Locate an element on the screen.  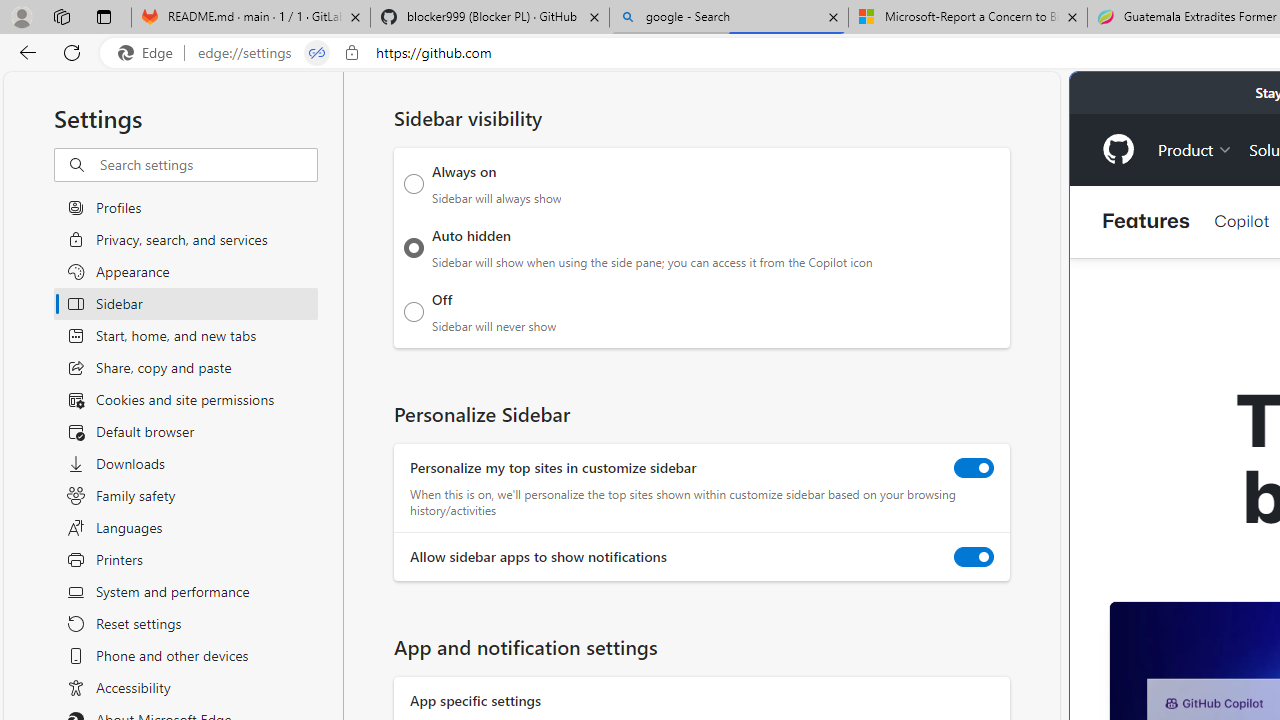
'Off Sidebar will never show' is located at coordinates (413, 311).